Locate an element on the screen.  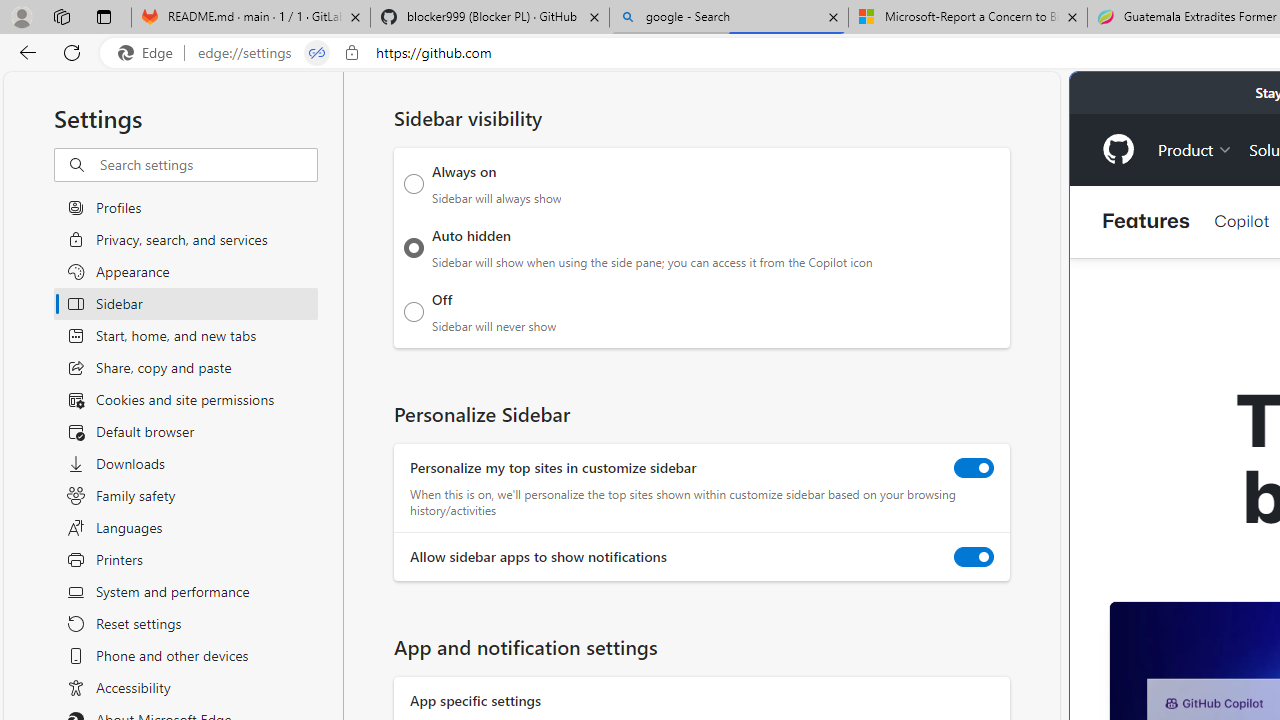
'Off Sidebar will never show' is located at coordinates (413, 311).